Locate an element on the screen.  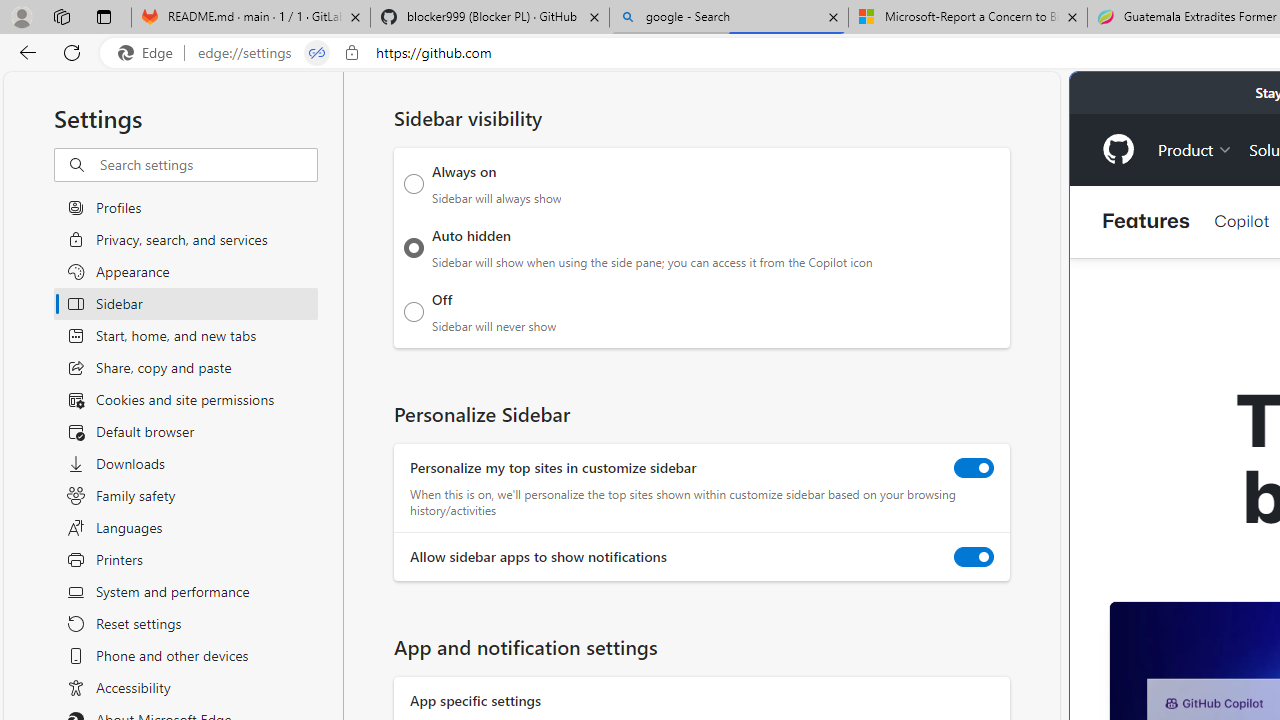
'Off Sidebar will never show' is located at coordinates (413, 311).